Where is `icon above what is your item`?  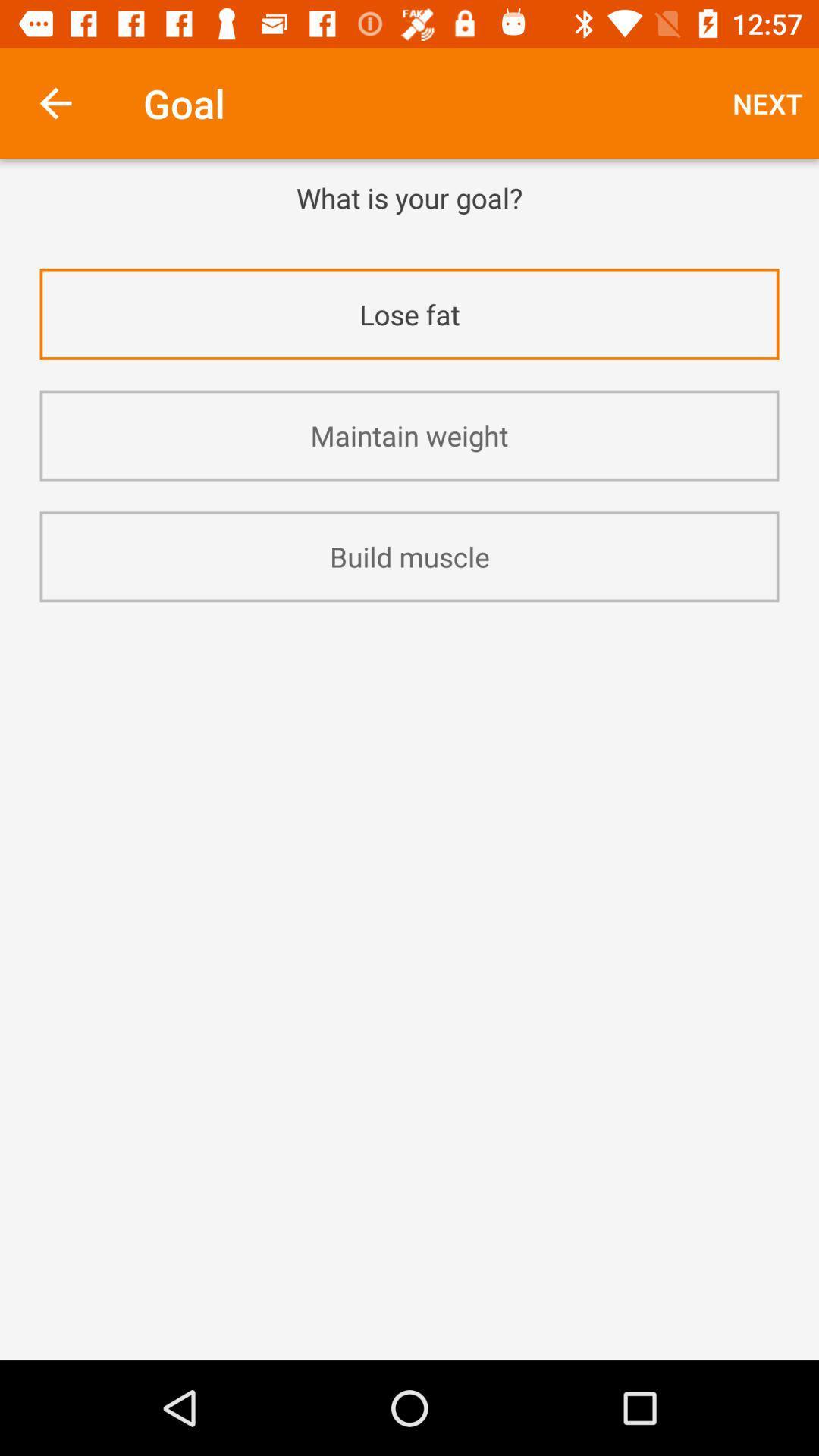
icon above what is your item is located at coordinates (55, 102).